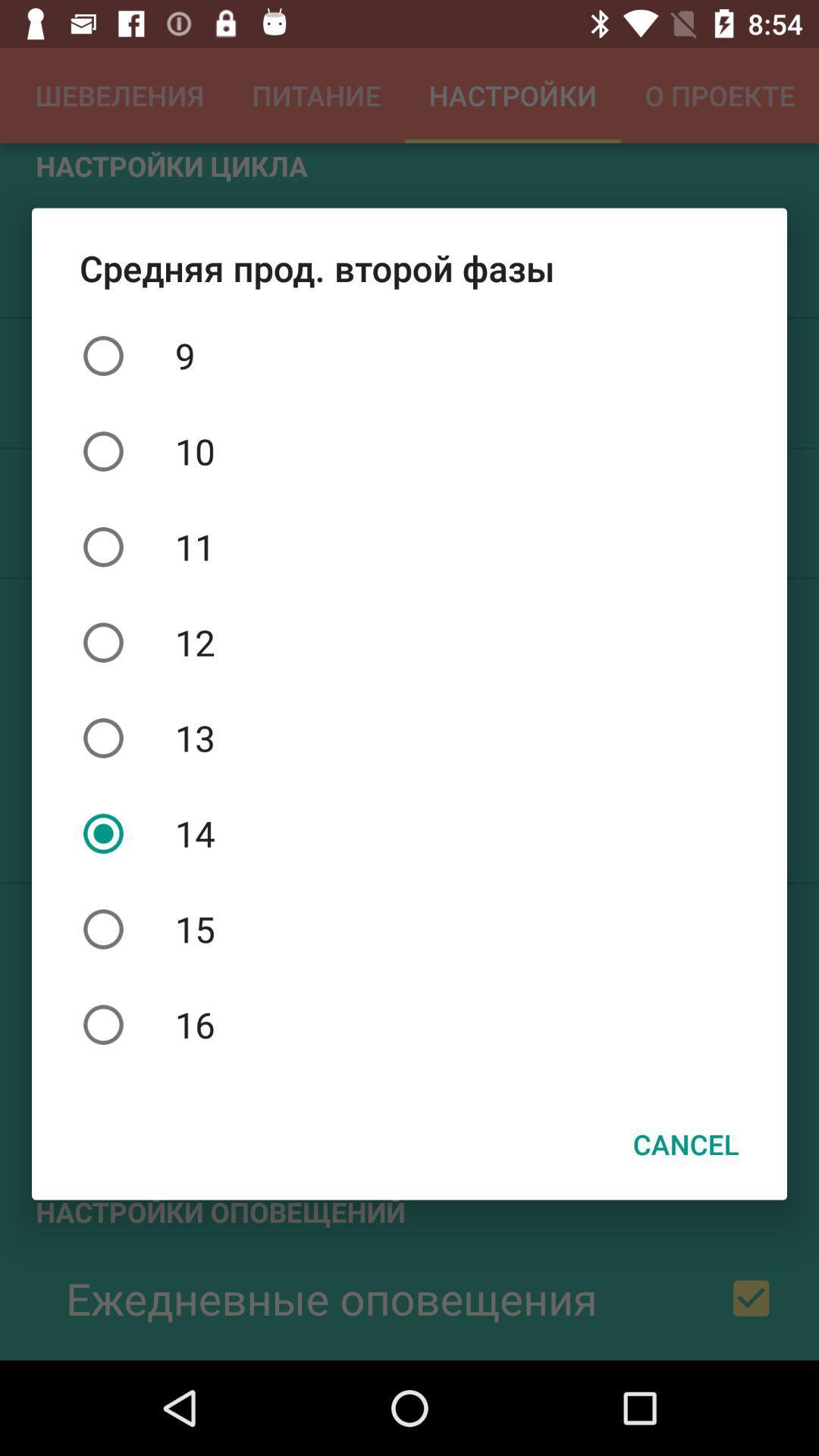 Image resolution: width=819 pixels, height=1456 pixels. What do you see at coordinates (409, 355) in the screenshot?
I see `the 9` at bounding box center [409, 355].